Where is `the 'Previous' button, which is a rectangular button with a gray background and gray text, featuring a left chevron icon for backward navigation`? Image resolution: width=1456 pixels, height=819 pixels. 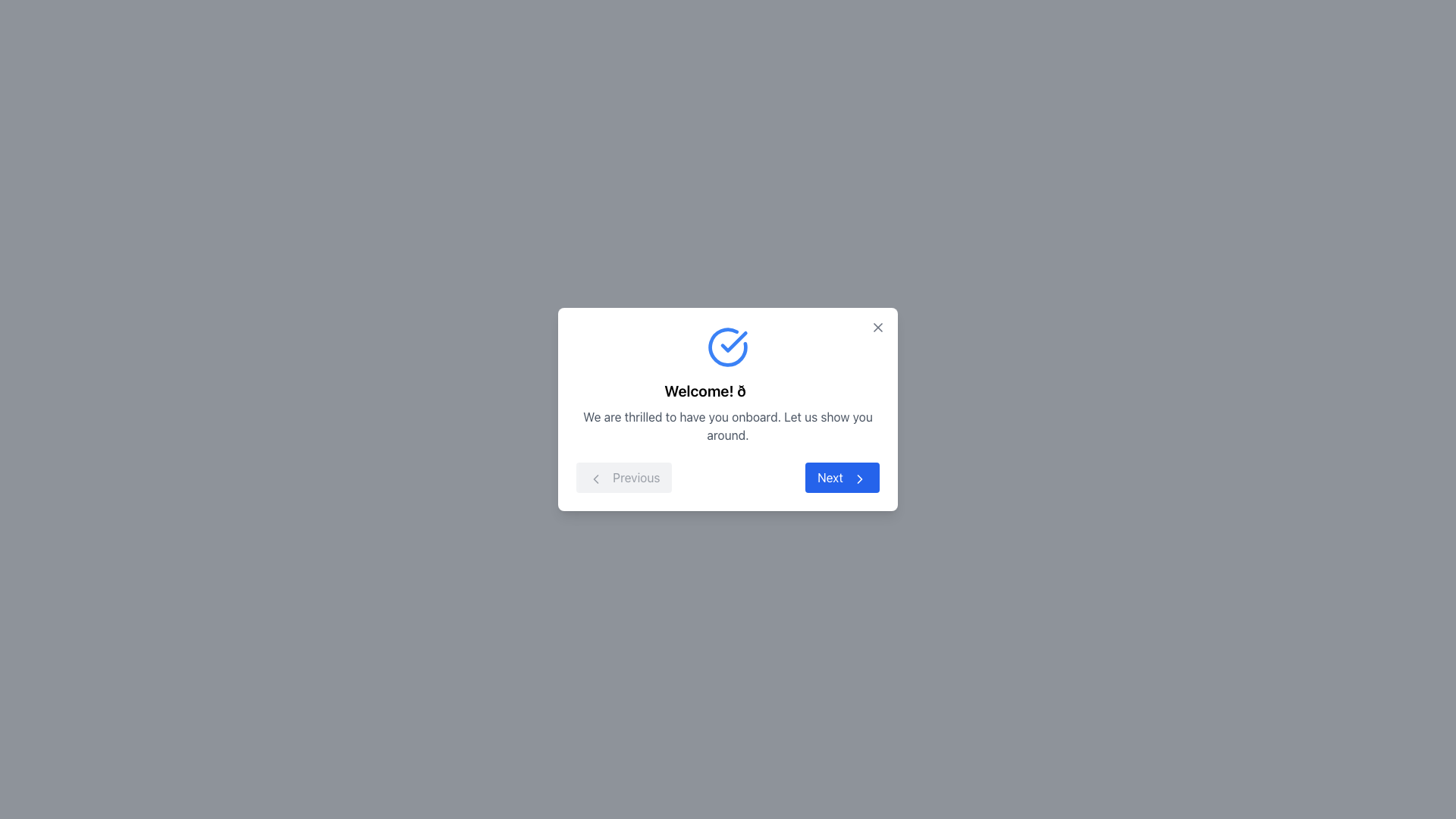 the 'Previous' button, which is a rectangular button with a gray background and gray text, featuring a left chevron icon for backward navigation is located at coordinates (624, 476).